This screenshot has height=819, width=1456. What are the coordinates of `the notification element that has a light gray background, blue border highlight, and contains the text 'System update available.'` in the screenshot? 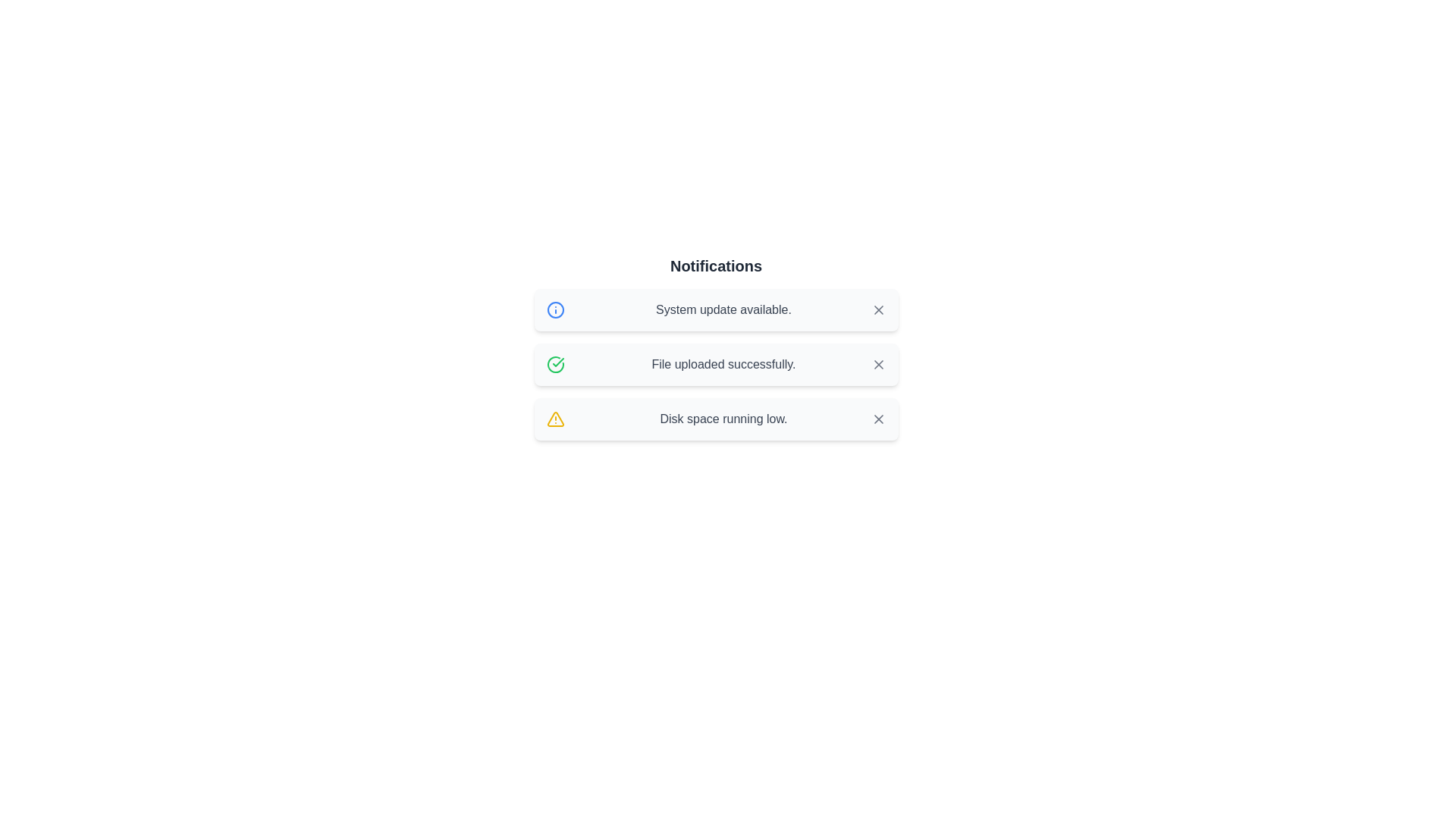 It's located at (715, 309).